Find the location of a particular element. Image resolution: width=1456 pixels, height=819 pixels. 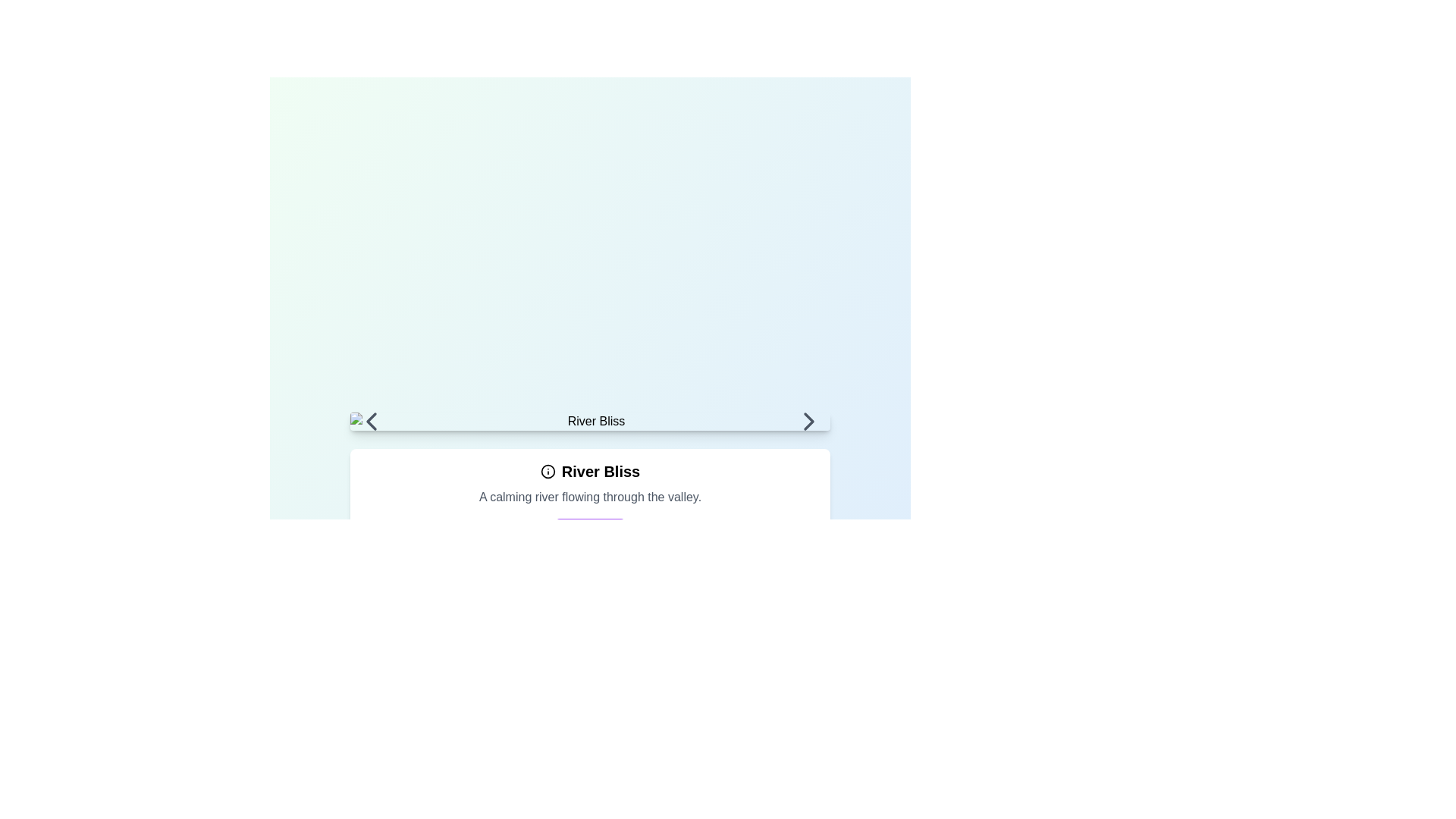

the rightward pointing chevron icon button, which is grey and located at the far-right side of the carousel-like component is located at coordinates (808, 421).